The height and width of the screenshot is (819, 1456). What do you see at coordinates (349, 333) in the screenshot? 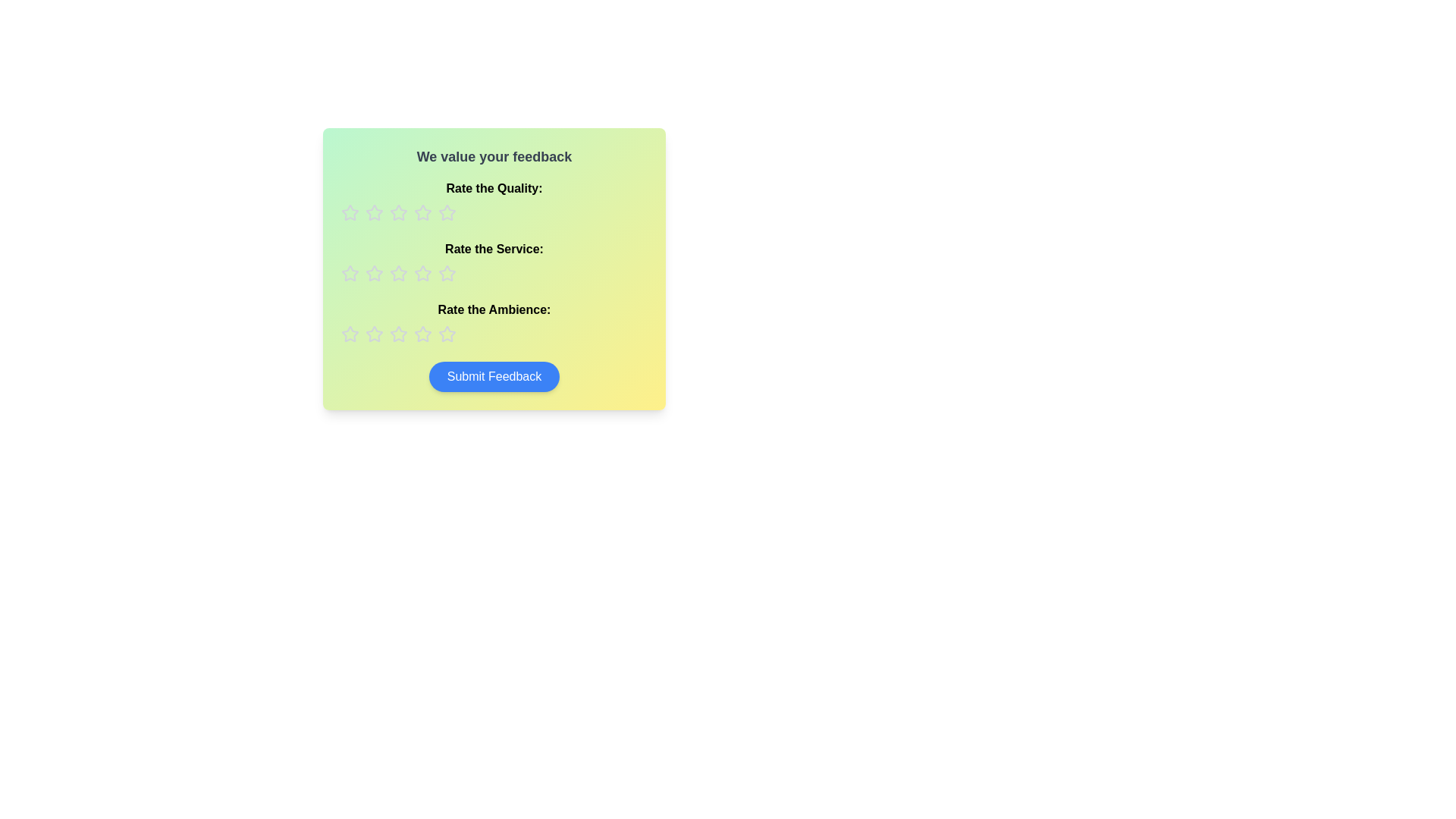
I see `the first star in the 'Rate the Ambience:' section to assign a rating` at bounding box center [349, 333].